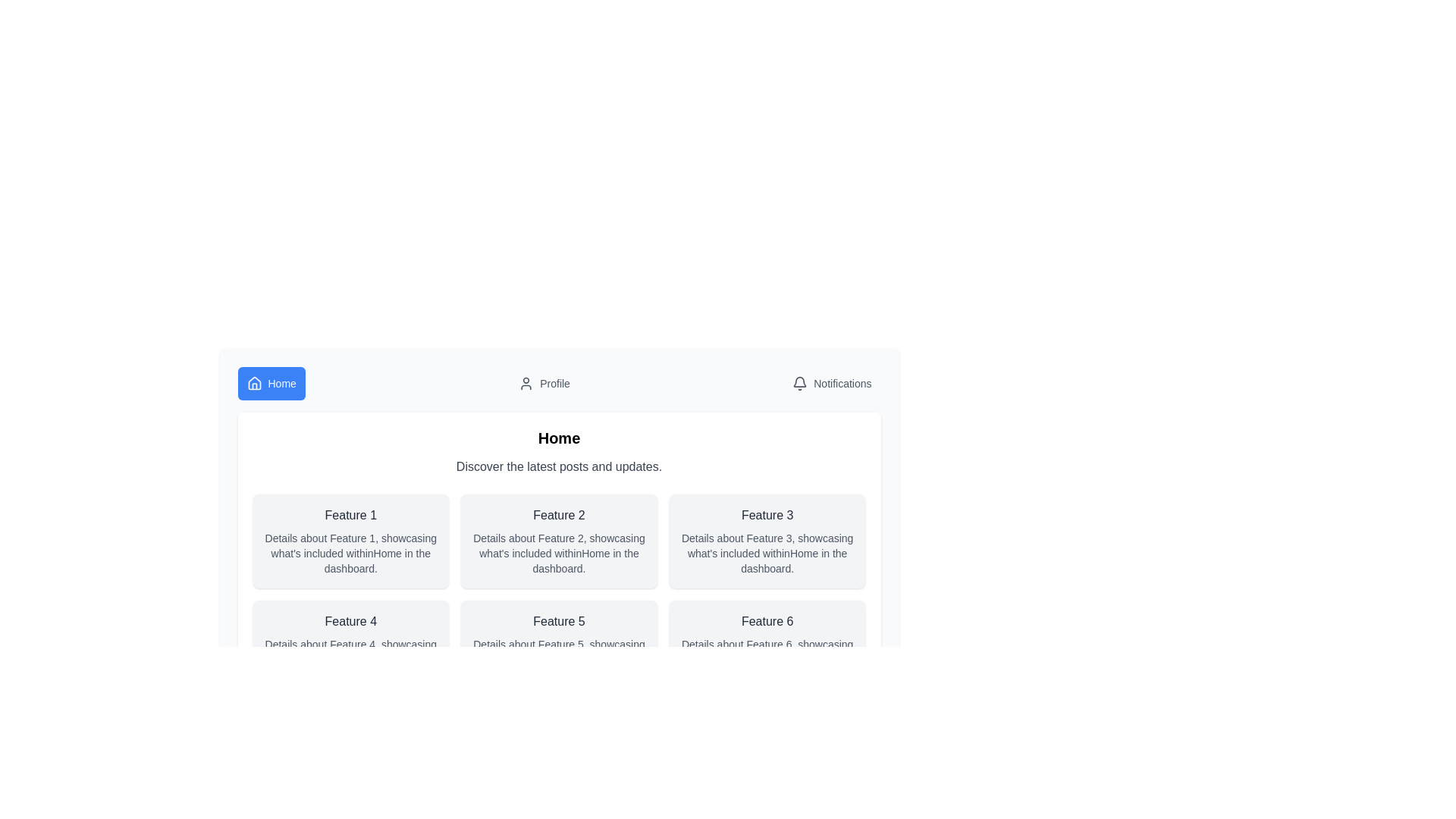  I want to click on the Informational card titled 'Feature 3', which is the third card in the top row of a 3-column grid layout, so click(767, 540).